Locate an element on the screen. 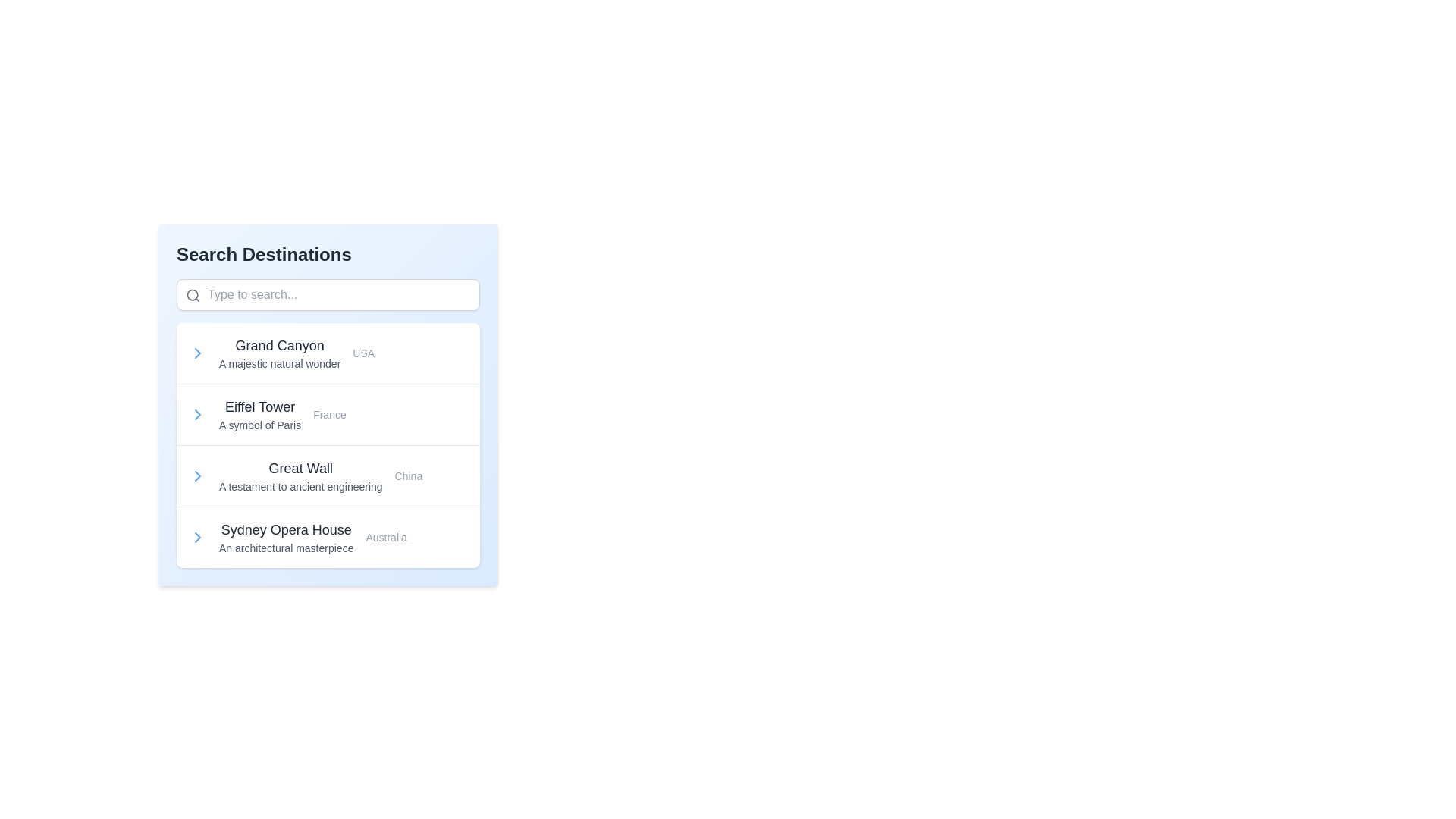  the text-based informational block containing 'Sydney Opera House' for selection within the list of destinations in the 'Search Destinations' panel is located at coordinates (286, 537).